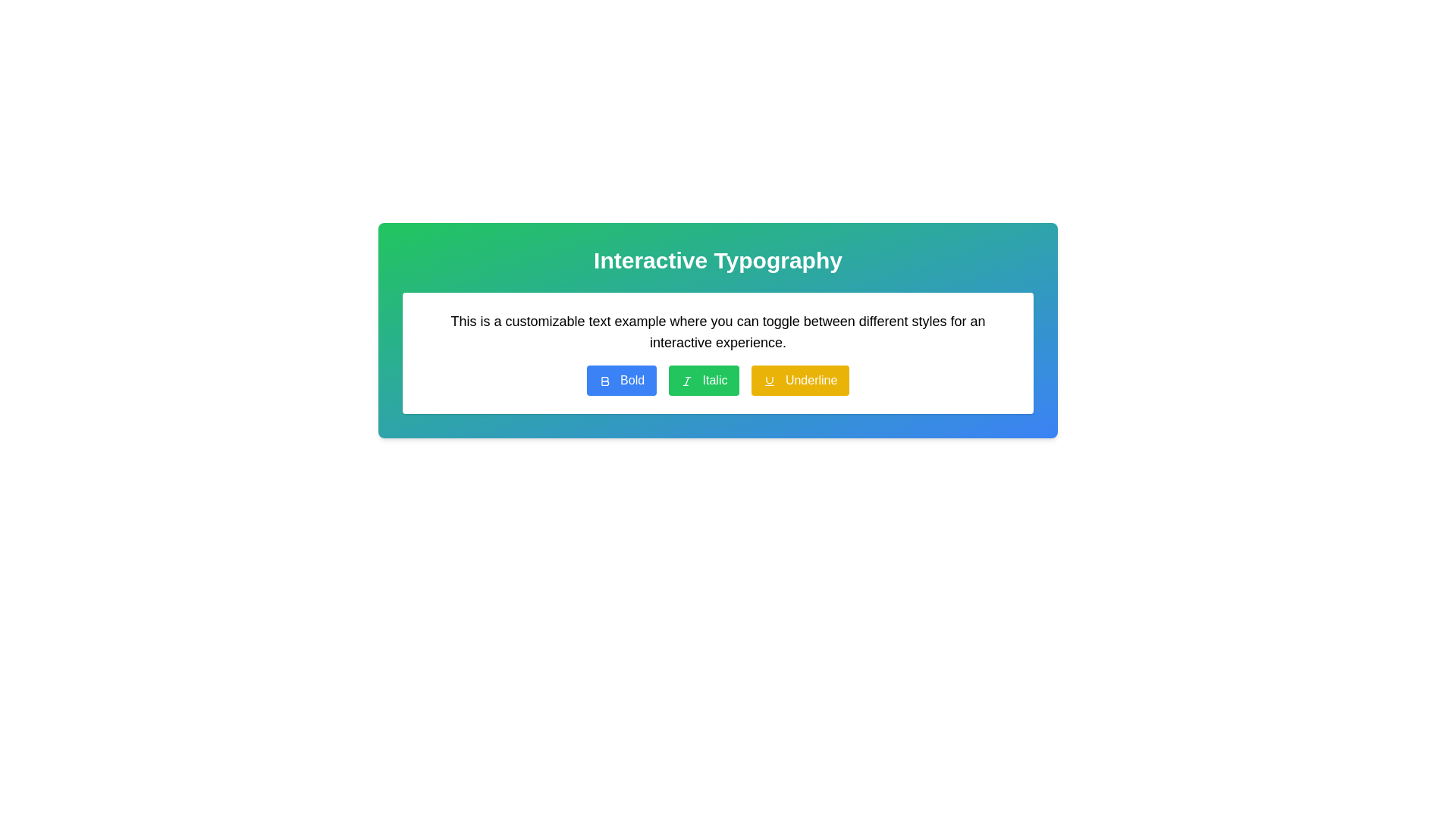 This screenshot has height=819, width=1456. I want to click on the 'Italic' button, which is styled with a green background and includes an italicized 'I' icon, so click(703, 379).